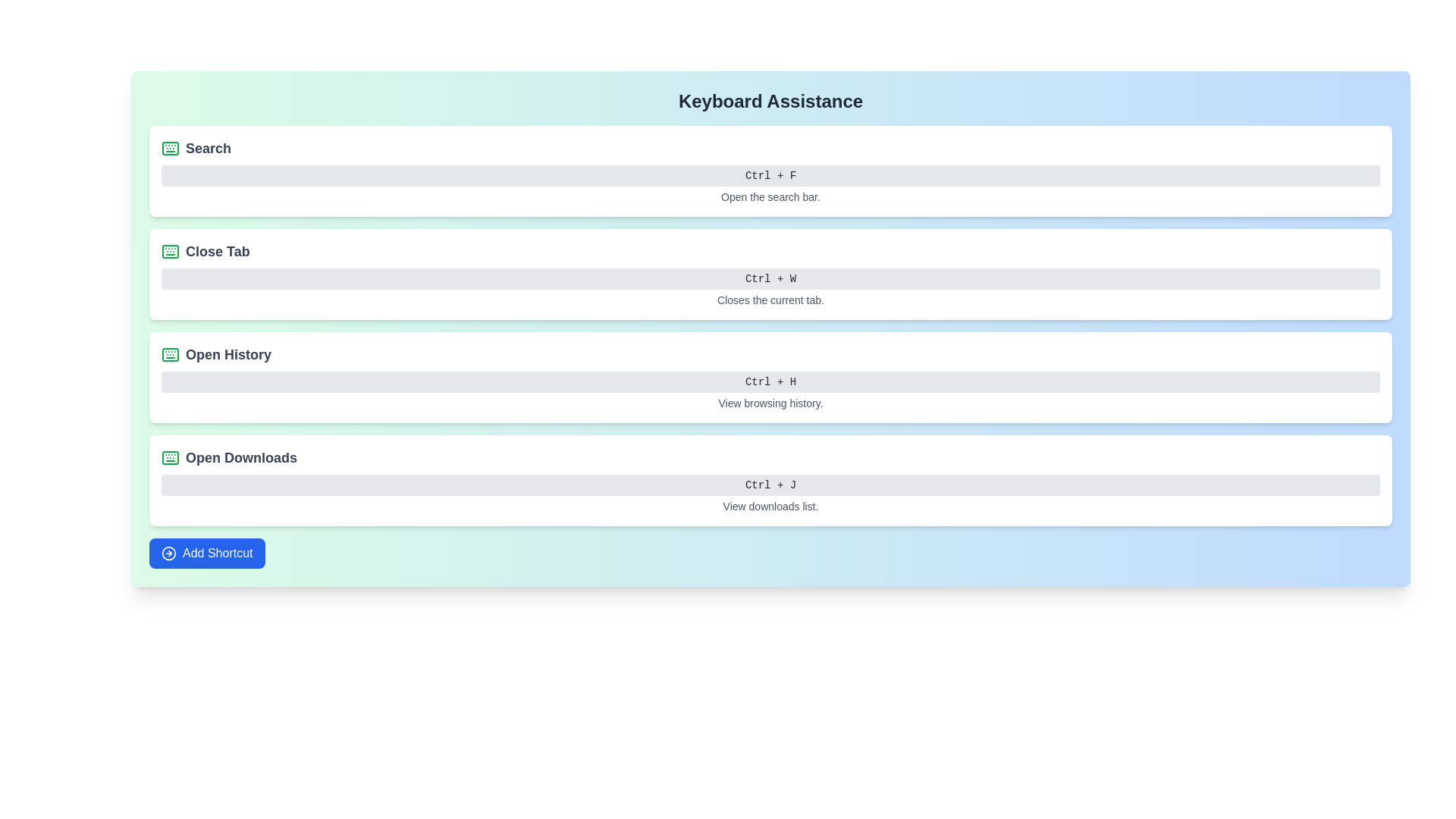 This screenshot has width=1456, height=819. I want to click on the inner rounded rectangle of the keyboard icon, which serves as the main body or buttons of the keyboard, so click(171, 250).